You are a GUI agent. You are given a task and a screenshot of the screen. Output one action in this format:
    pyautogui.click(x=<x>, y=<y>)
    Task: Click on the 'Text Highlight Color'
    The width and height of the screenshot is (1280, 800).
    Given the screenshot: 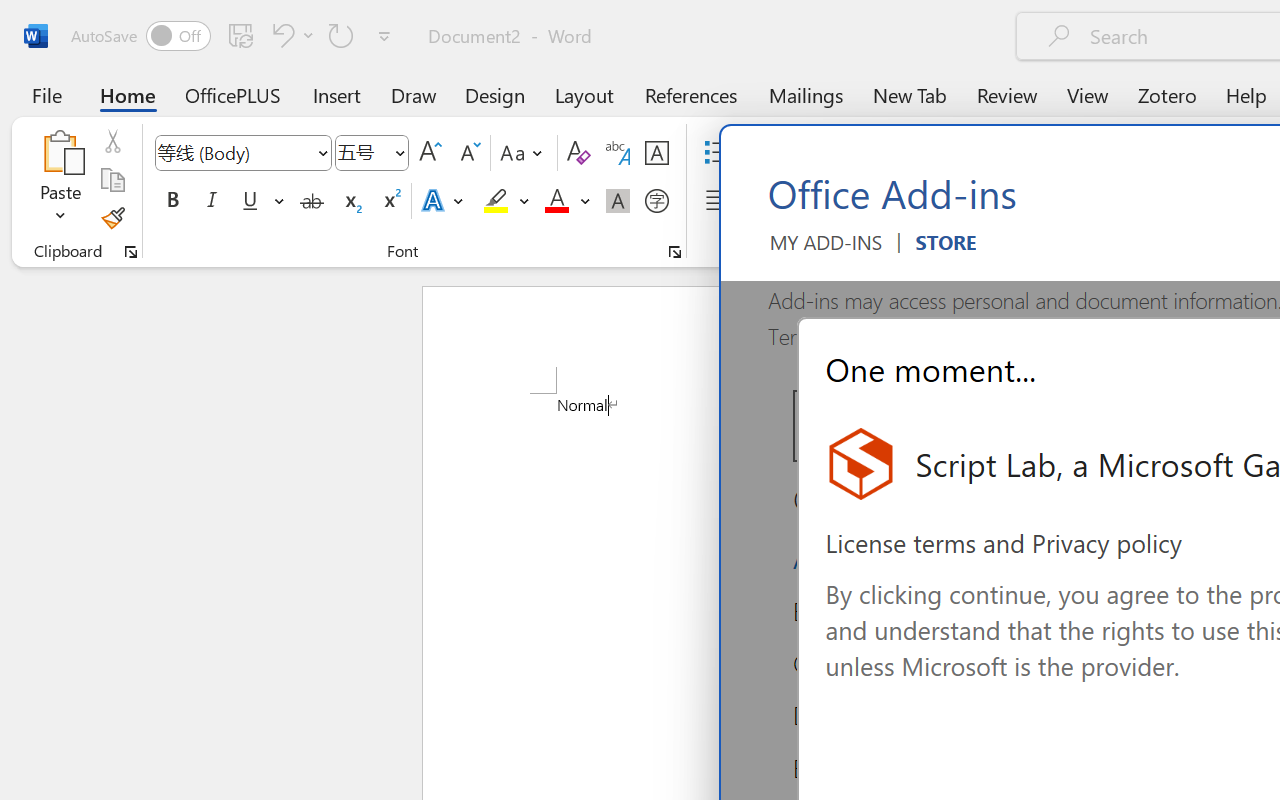 What is the action you would take?
    pyautogui.click(x=506, y=201)
    